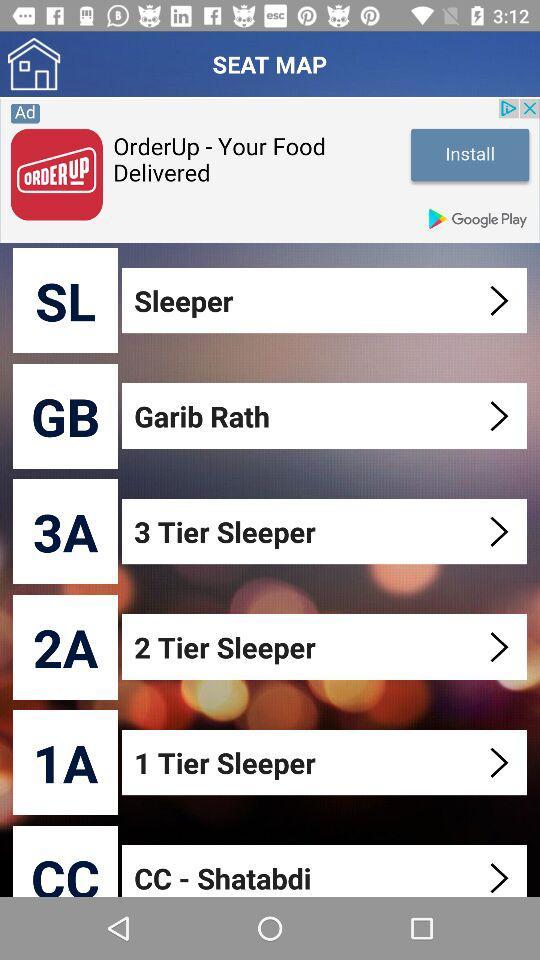  Describe the element at coordinates (65, 646) in the screenshot. I see `the item above the 1a` at that location.